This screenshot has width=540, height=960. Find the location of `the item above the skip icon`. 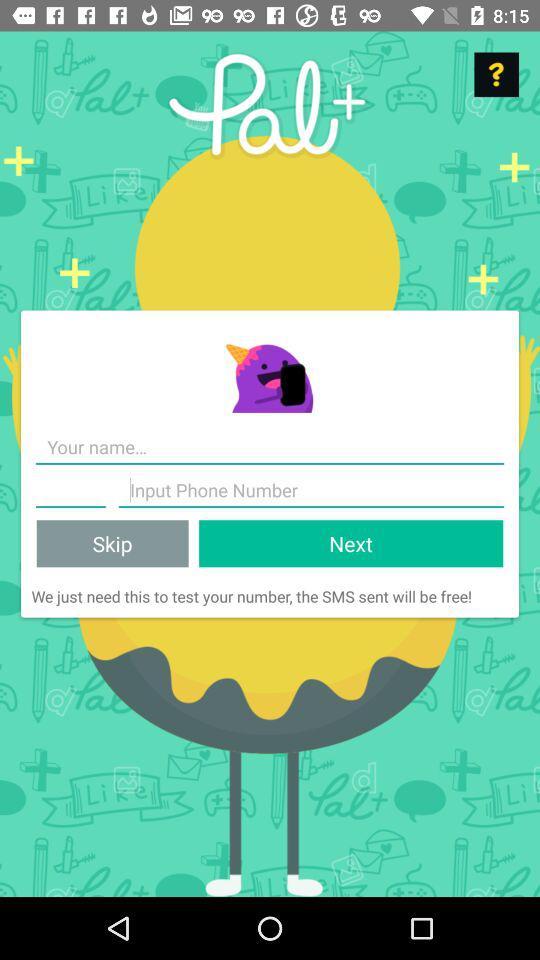

the item above the skip icon is located at coordinates (69, 489).